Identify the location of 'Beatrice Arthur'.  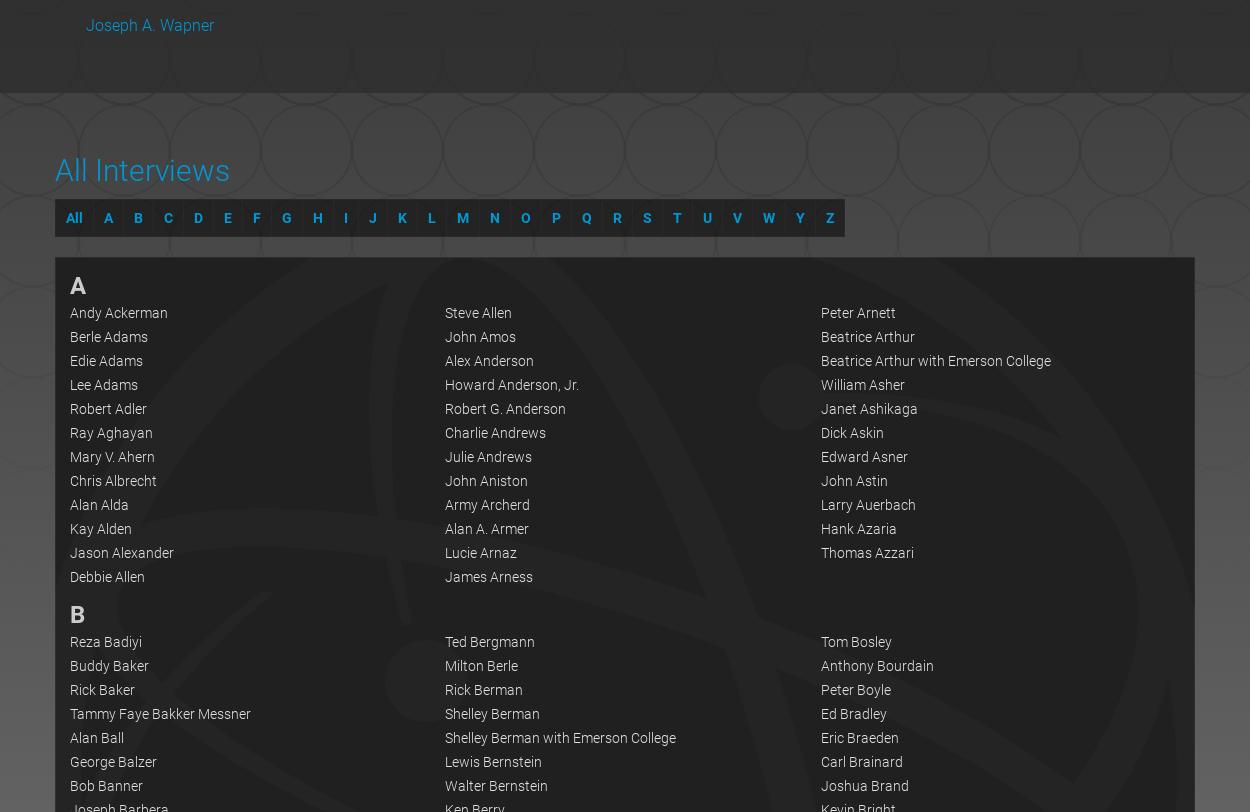
(866, 336).